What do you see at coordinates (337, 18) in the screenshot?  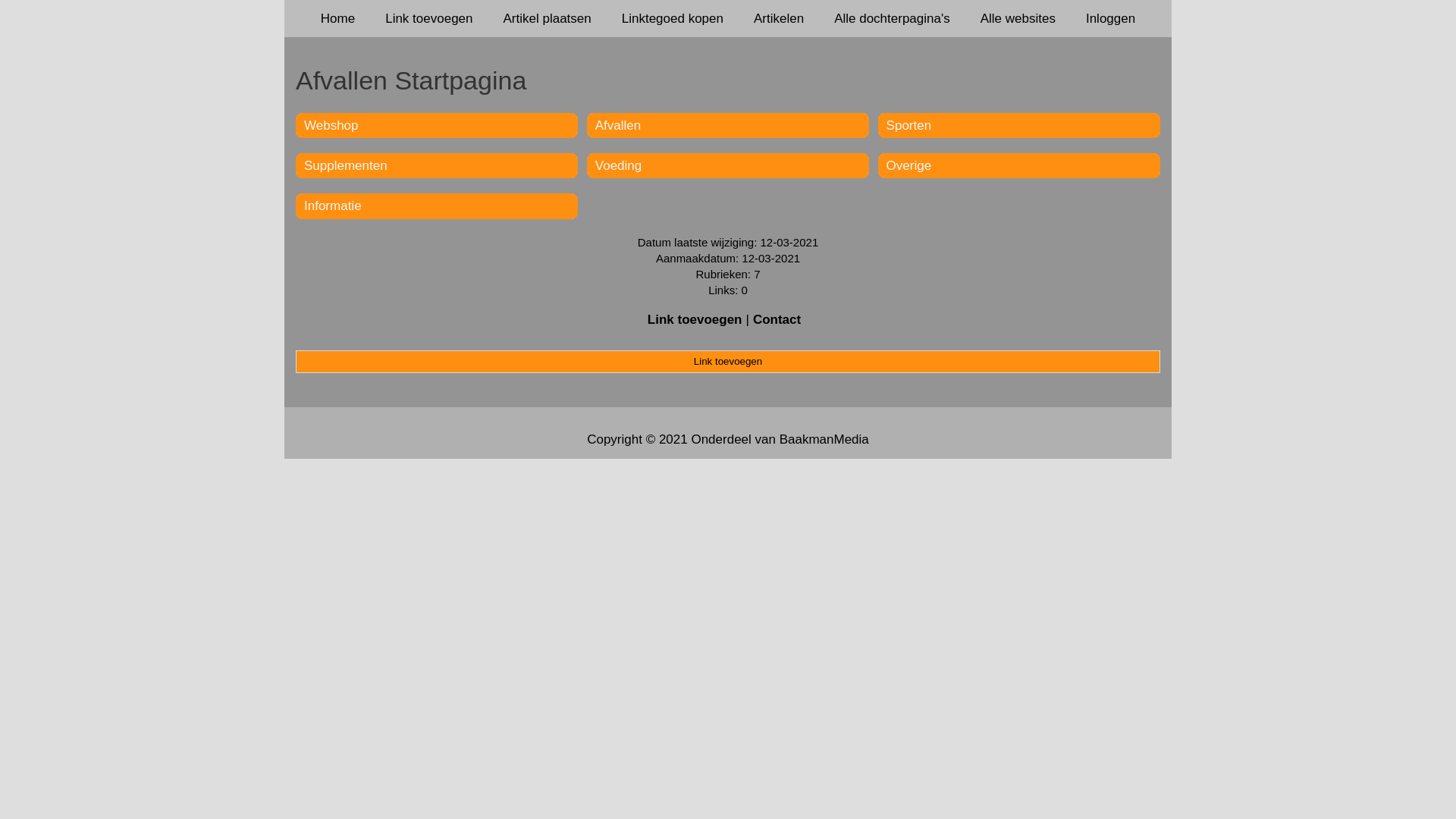 I see `'Home'` at bounding box center [337, 18].